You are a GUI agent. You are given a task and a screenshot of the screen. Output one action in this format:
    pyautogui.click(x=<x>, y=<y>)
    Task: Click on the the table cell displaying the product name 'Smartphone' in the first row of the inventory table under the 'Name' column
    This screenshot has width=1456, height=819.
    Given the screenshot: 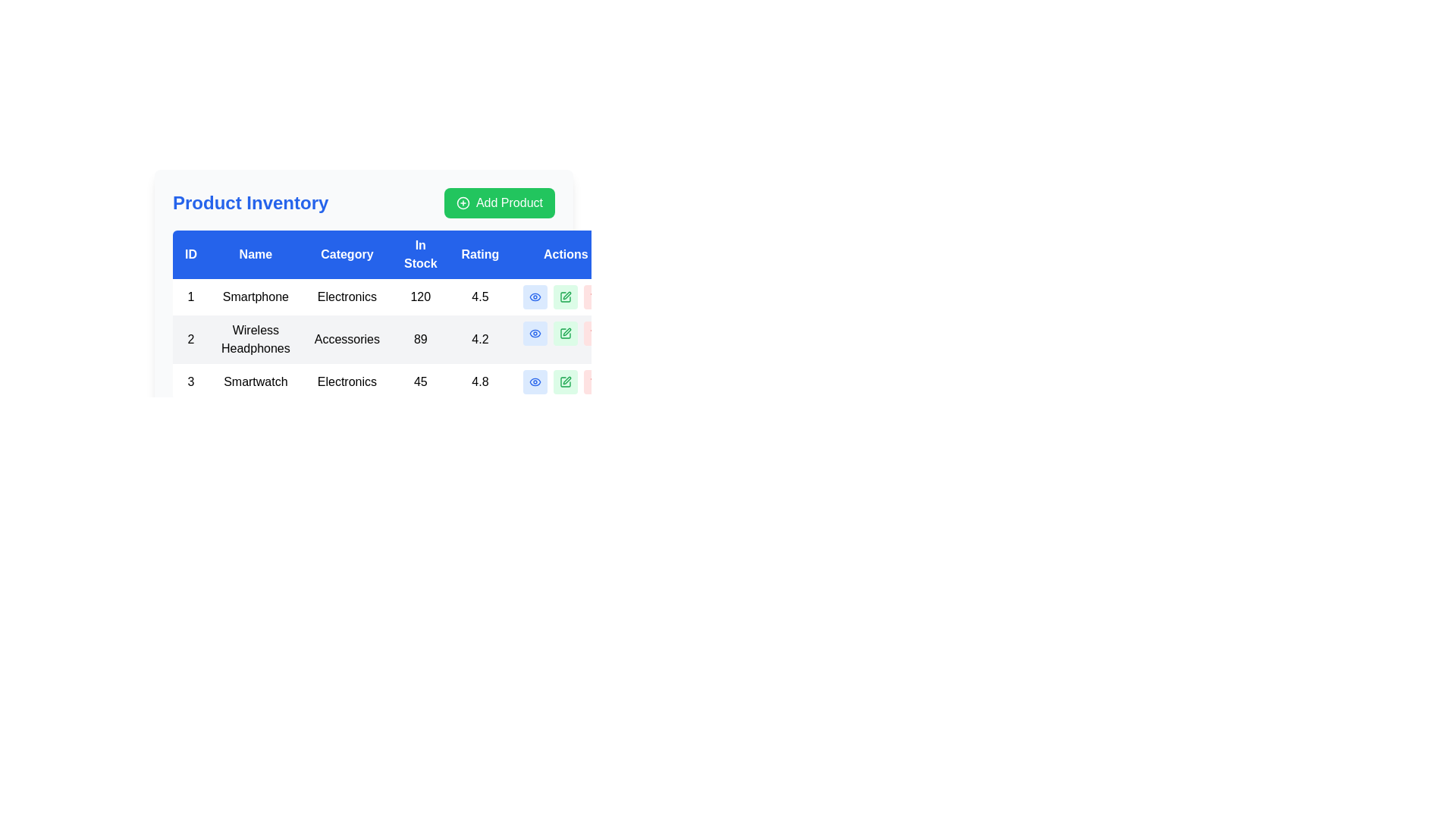 What is the action you would take?
    pyautogui.click(x=256, y=297)
    